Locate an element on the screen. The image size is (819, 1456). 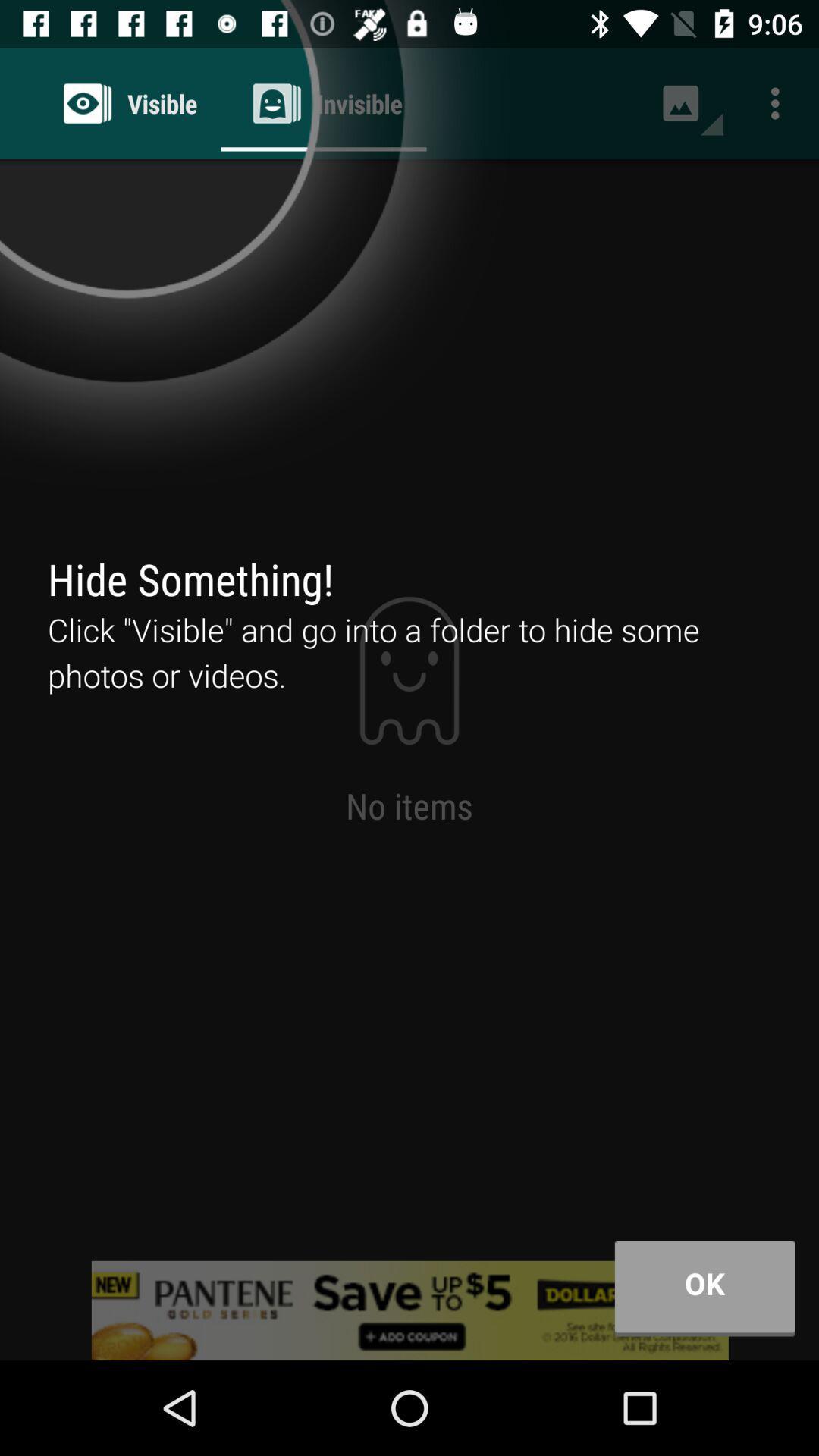
search about add is located at coordinates (409, 1310).